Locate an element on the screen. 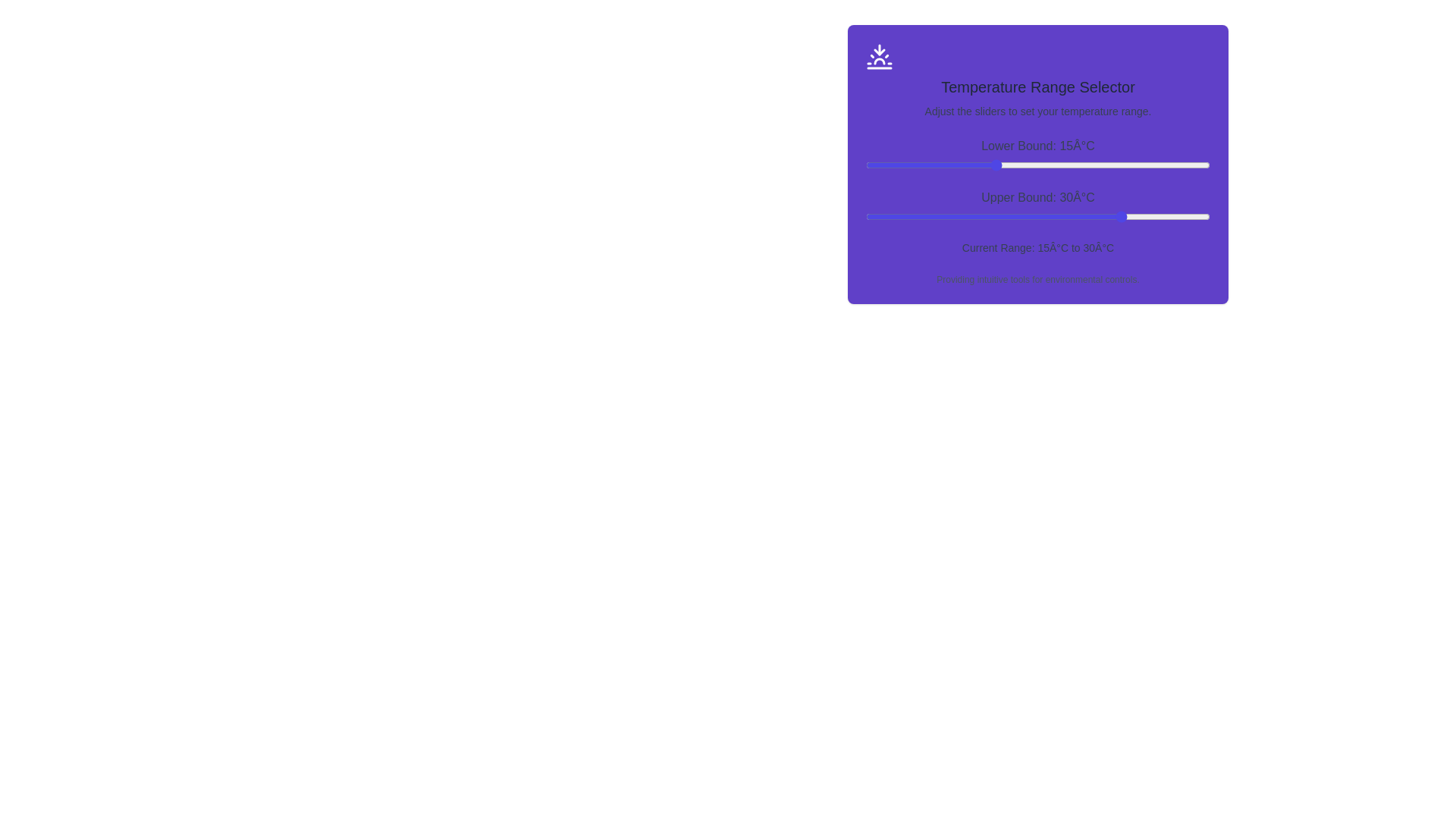 This screenshot has height=819, width=1456. the lower bound slider to 28°C is located at coordinates (1106, 165).